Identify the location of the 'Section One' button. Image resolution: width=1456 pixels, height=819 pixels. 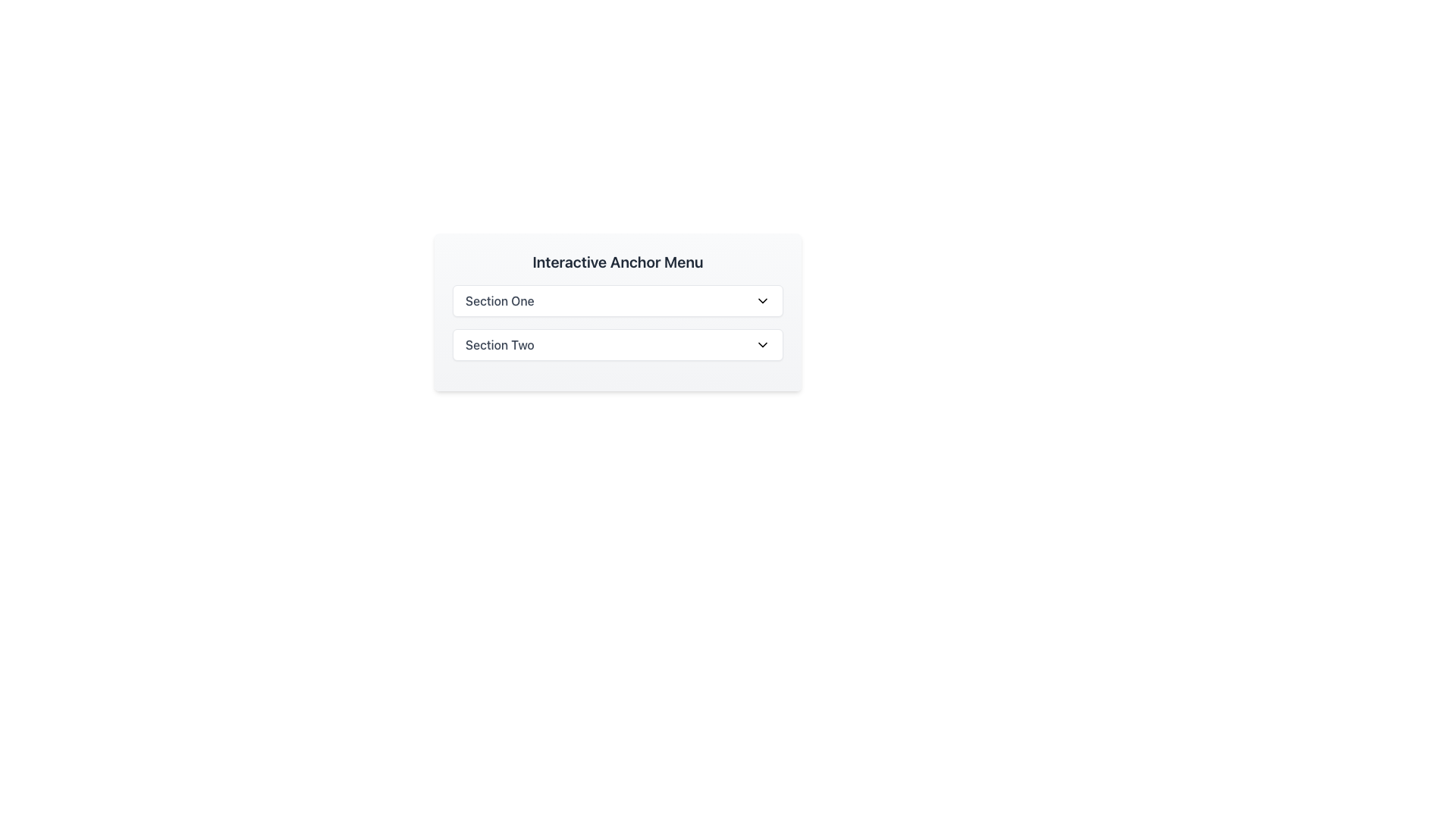
(618, 301).